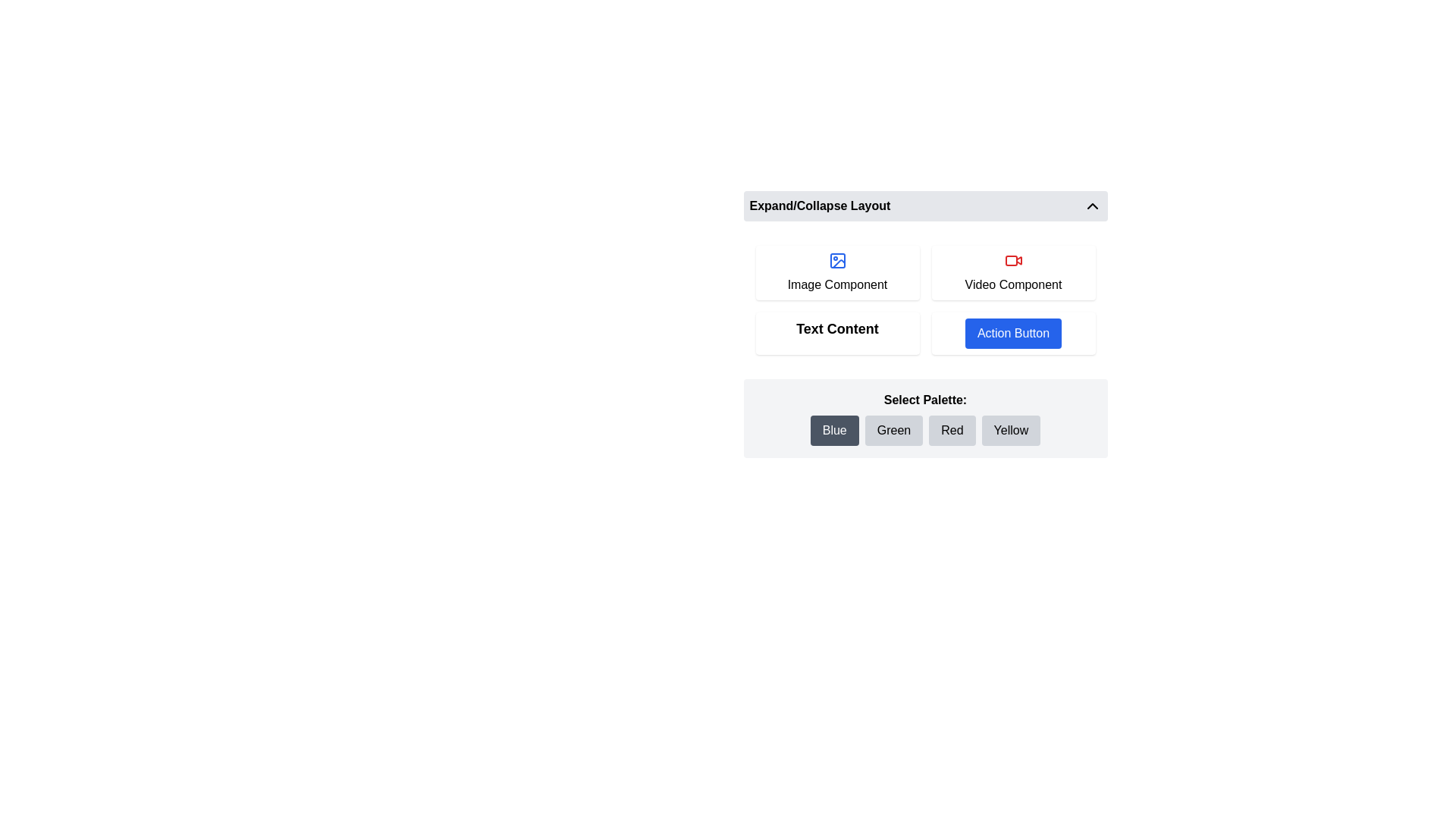 The width and height of the screenshot is (1456, 819). I want to click on the card labeled 'Image Component' which has a picture frame icon with a blue outline and is the first element in a grid layout, so click(836, 271).